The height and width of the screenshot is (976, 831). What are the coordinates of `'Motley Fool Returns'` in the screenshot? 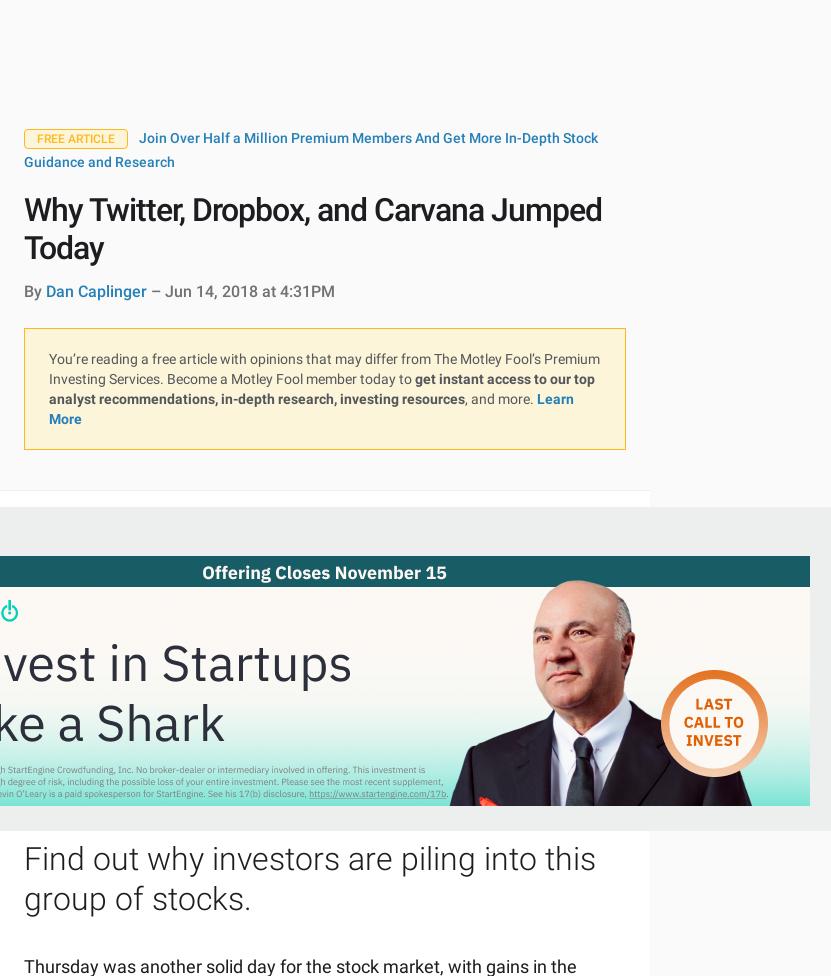 It's located at (24, 227).